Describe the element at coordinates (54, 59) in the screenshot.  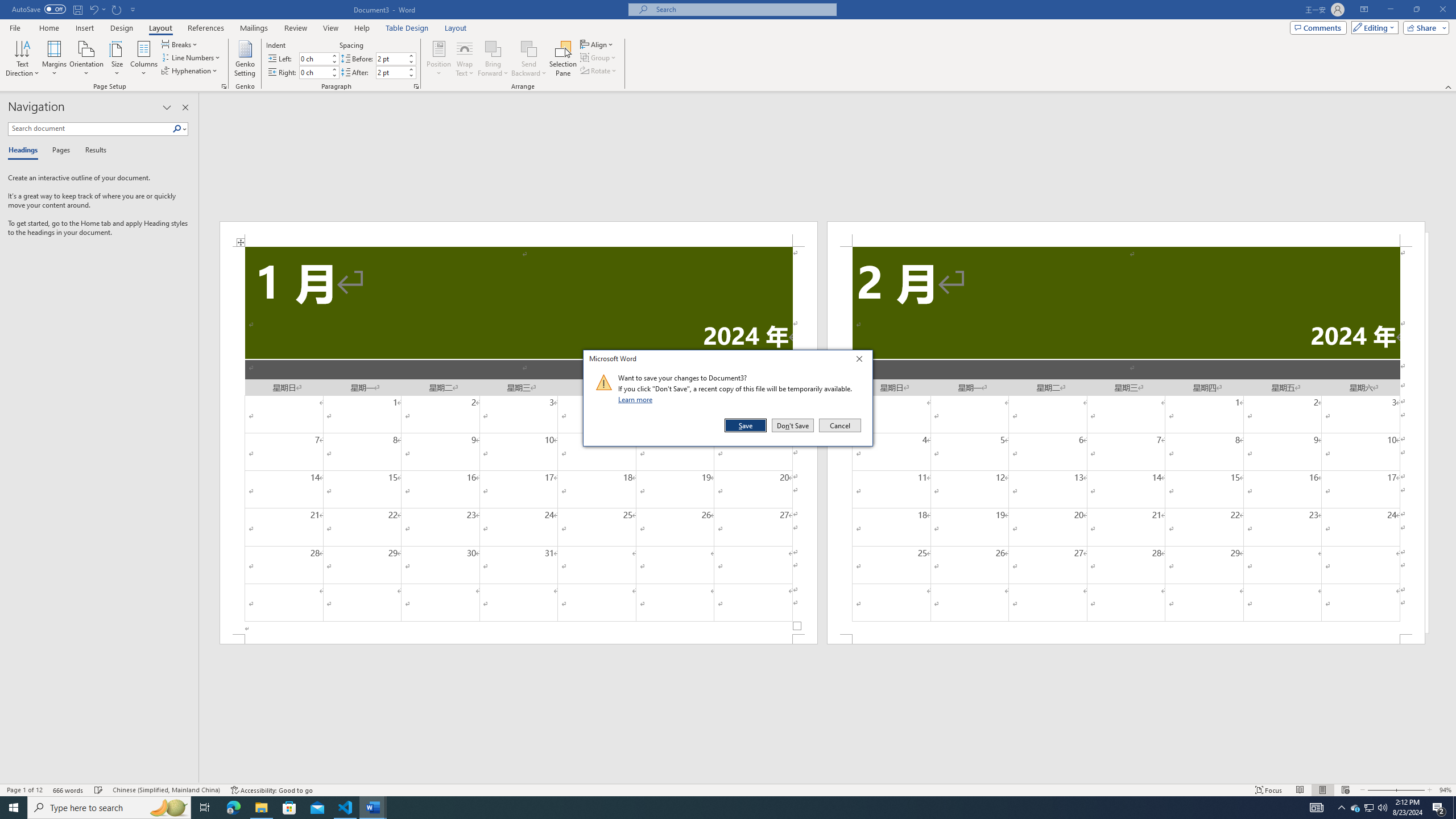
I see `'Margins'` at that location.